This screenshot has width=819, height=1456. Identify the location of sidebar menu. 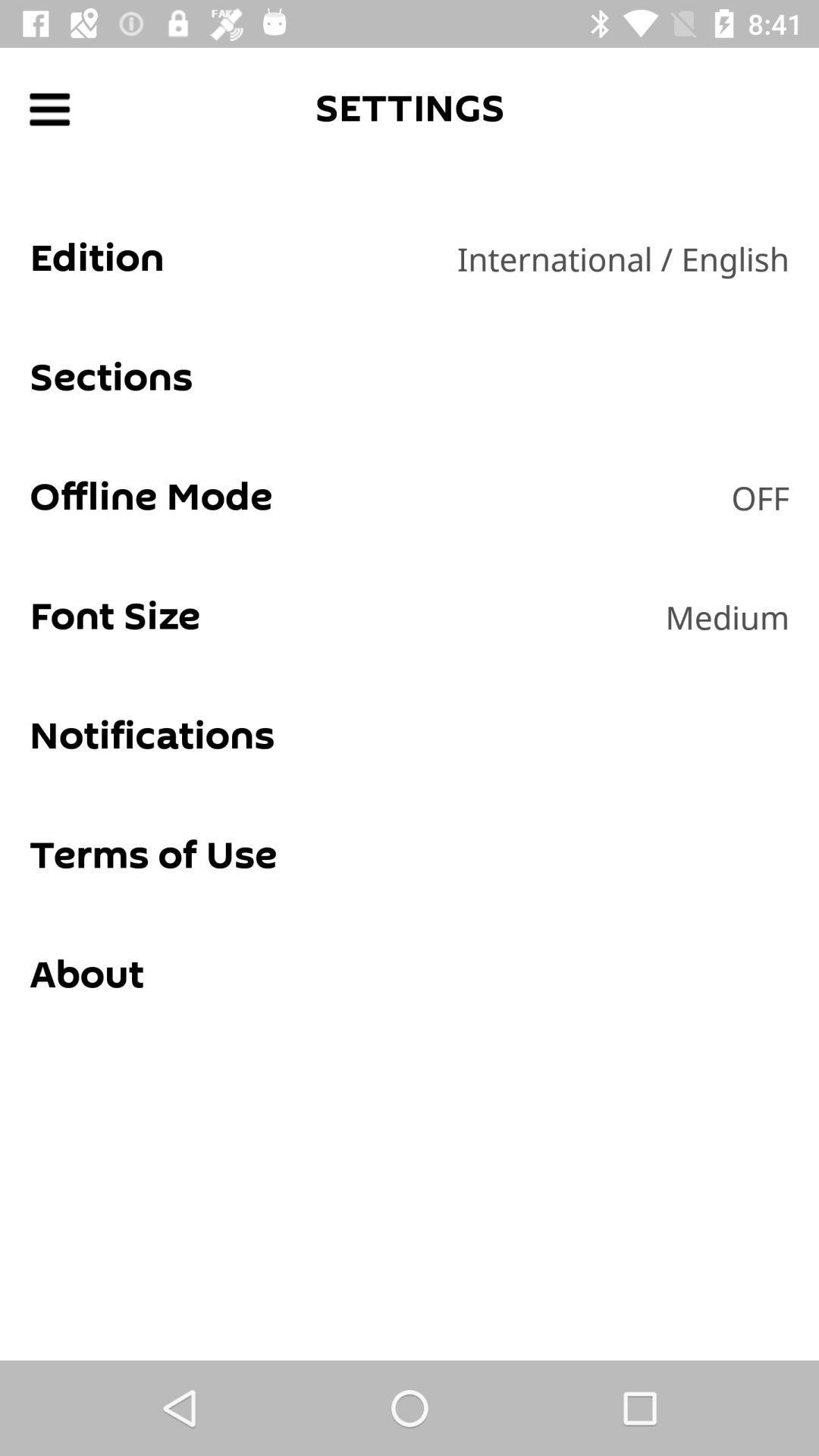
(49, 108).